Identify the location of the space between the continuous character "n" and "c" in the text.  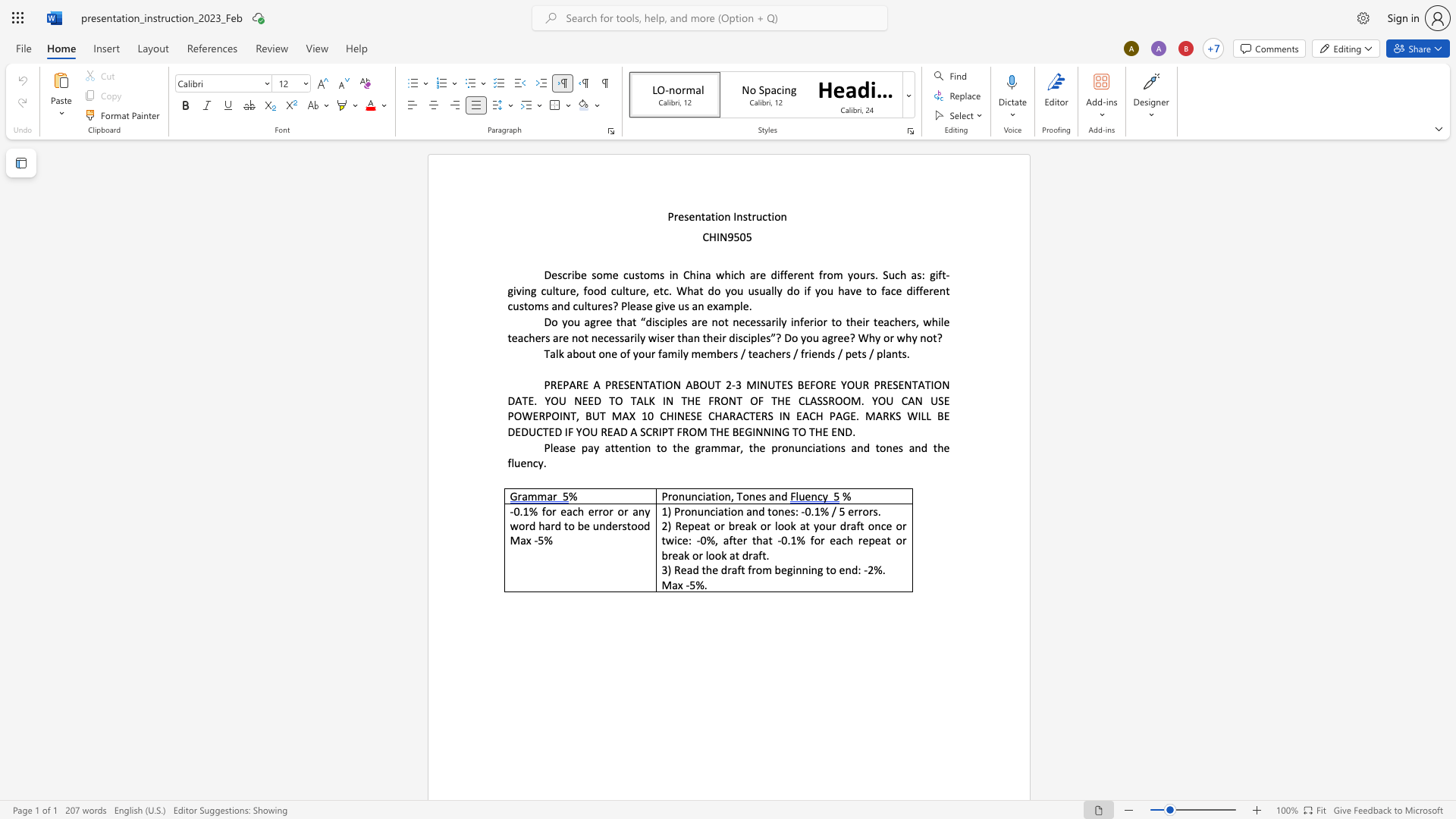
(696, 496).